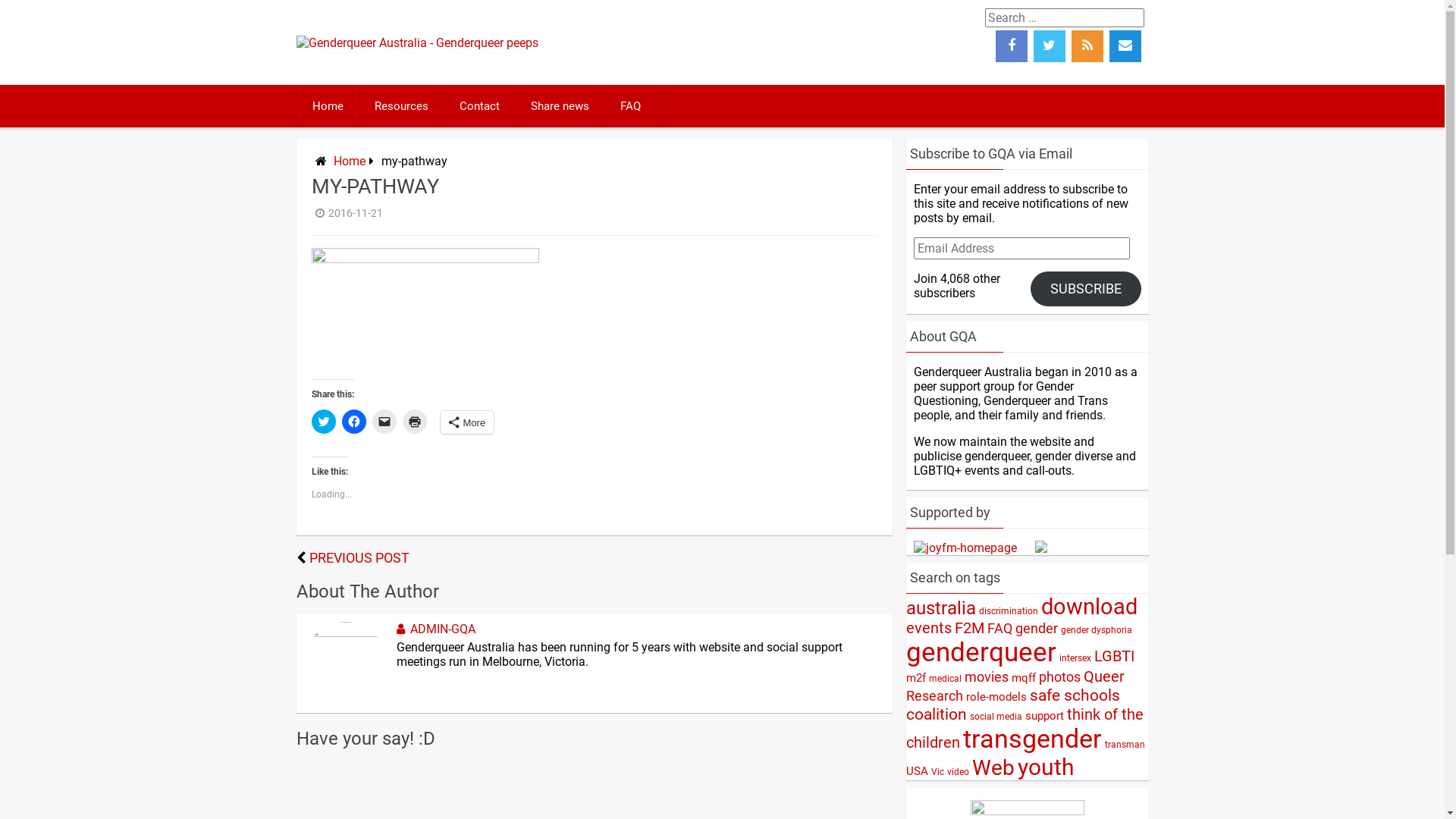  I want to click on 'support', so click(1043, 716).